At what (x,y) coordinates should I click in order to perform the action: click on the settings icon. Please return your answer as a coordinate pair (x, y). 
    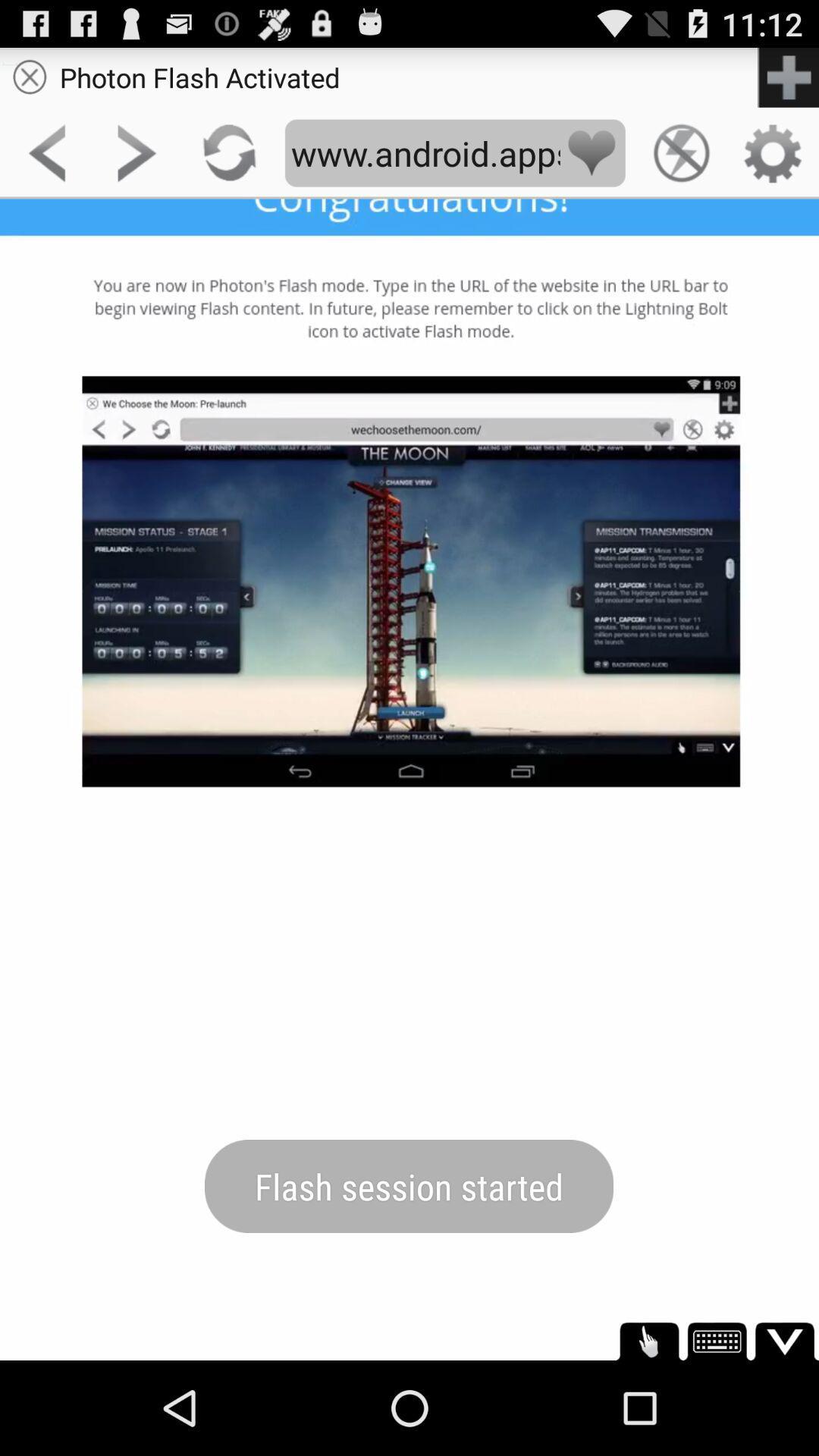
    Looking at the image, I should click on (773, 164).